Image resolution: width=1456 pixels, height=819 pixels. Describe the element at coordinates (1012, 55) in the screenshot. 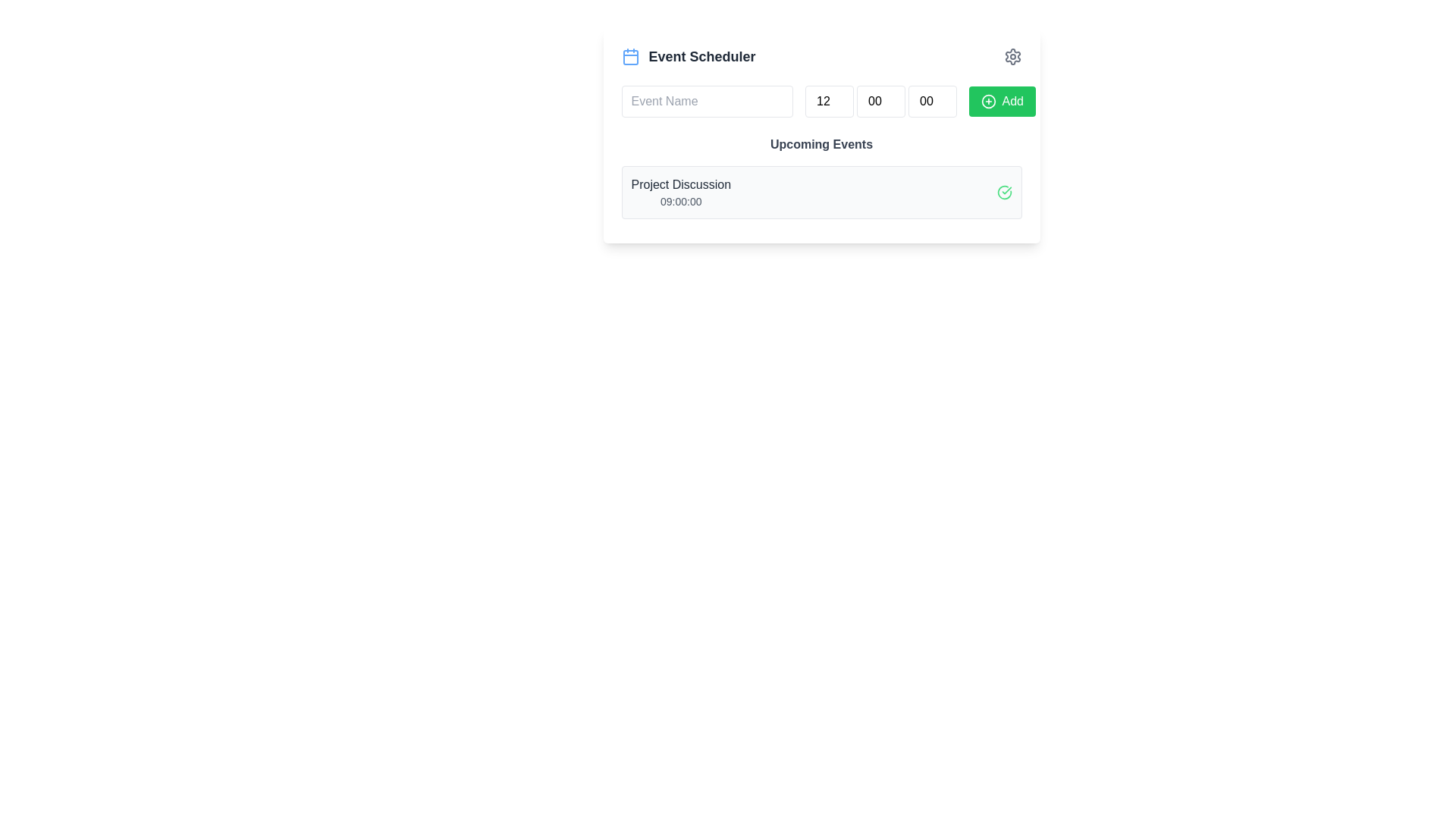

I see `the settings icon, which is a gray gear symbol located in the top-right corner of the 'Event Scheduler' interface` at that location.